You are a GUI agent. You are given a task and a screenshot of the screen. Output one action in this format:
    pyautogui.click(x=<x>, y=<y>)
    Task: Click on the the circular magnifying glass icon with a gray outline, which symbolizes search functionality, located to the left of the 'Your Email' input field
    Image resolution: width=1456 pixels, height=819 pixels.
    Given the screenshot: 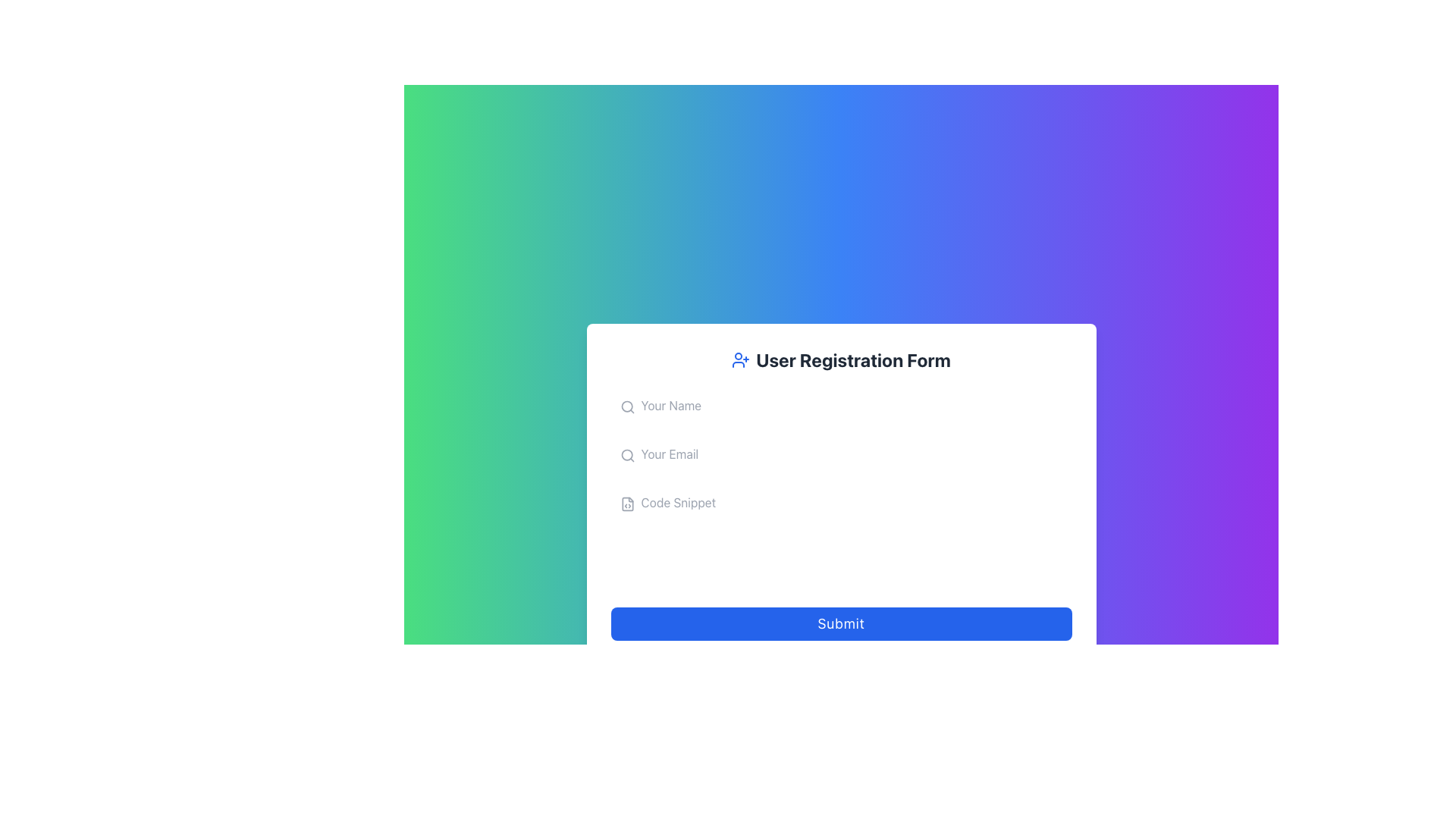 What is the action you would take?
    pyautogui.click(x=627, y=455)
    